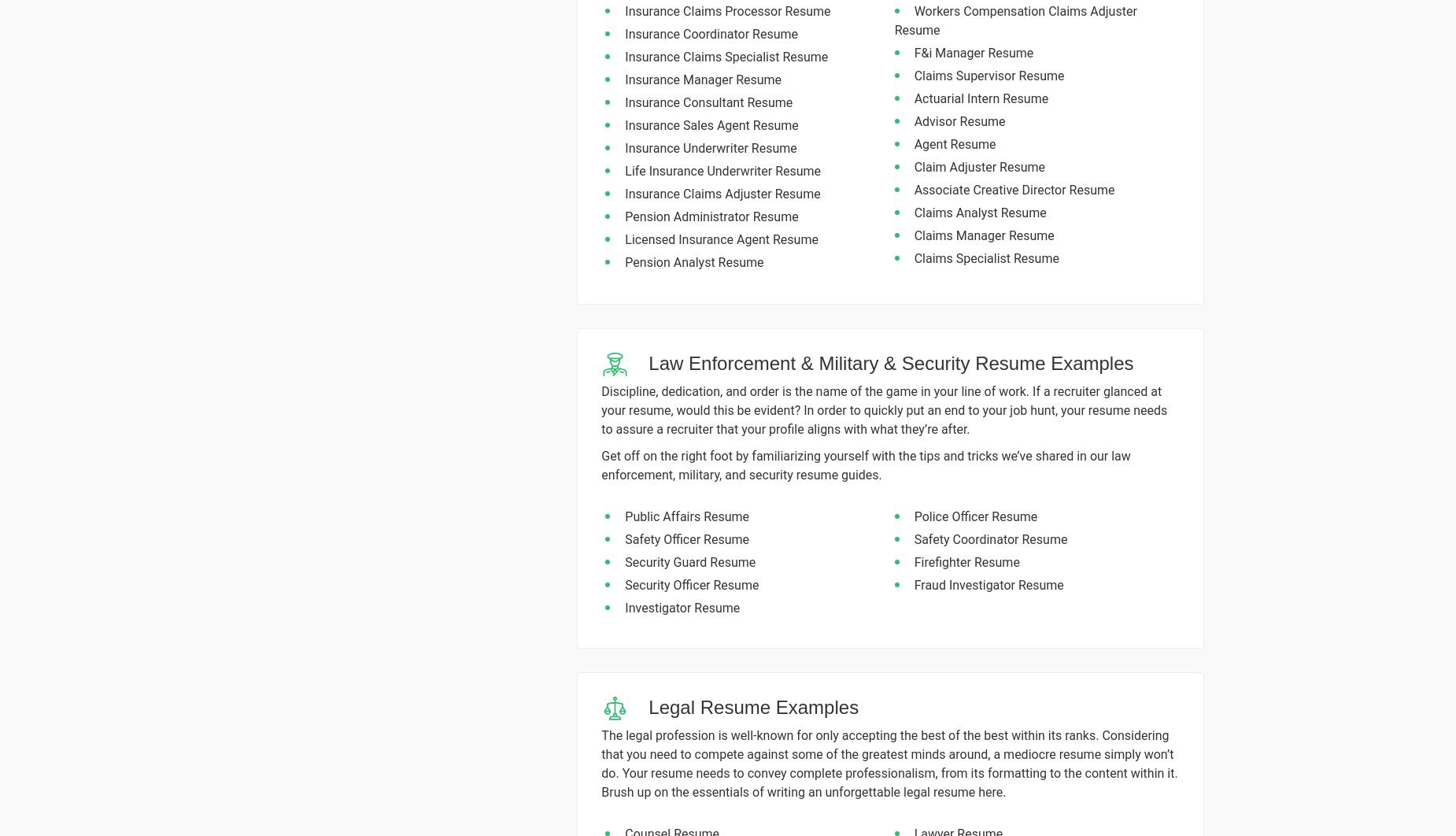  Describe the element at coordinates (888, 763) in the screenshot. I see `'The legal profession is well-known for only accepting the best of the best within its ranks. Considering that you need to compete against some of the greatest minds around, a mediocre resume simply won’t do. Your resume needs to convey complete professionalism, from its formatting to the content within it. Brush up on the essentials of writing an unforgettable legal resume here.'` at that location.